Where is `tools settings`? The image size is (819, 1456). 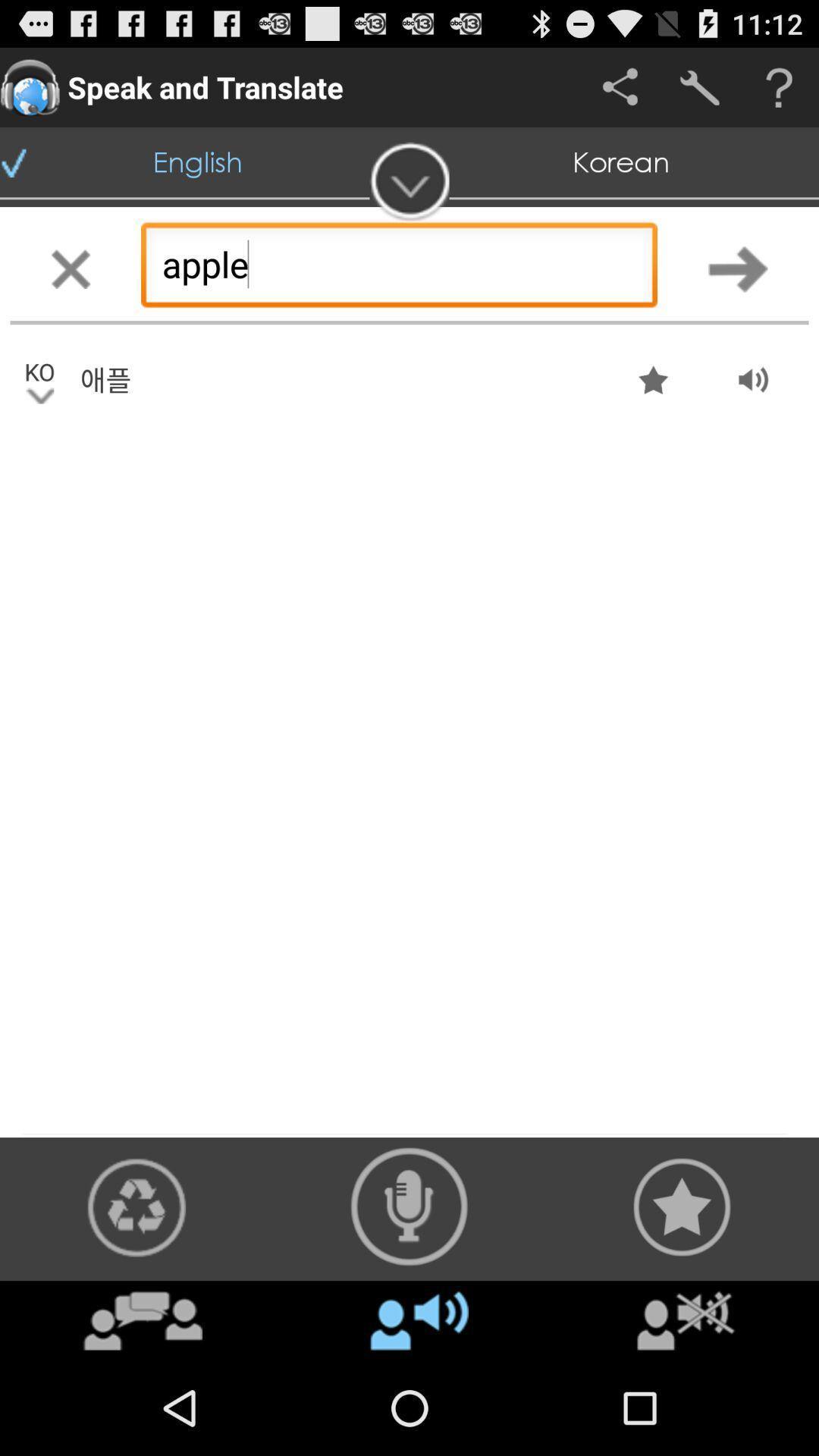
tools settings is located at coordinates (699, 86).